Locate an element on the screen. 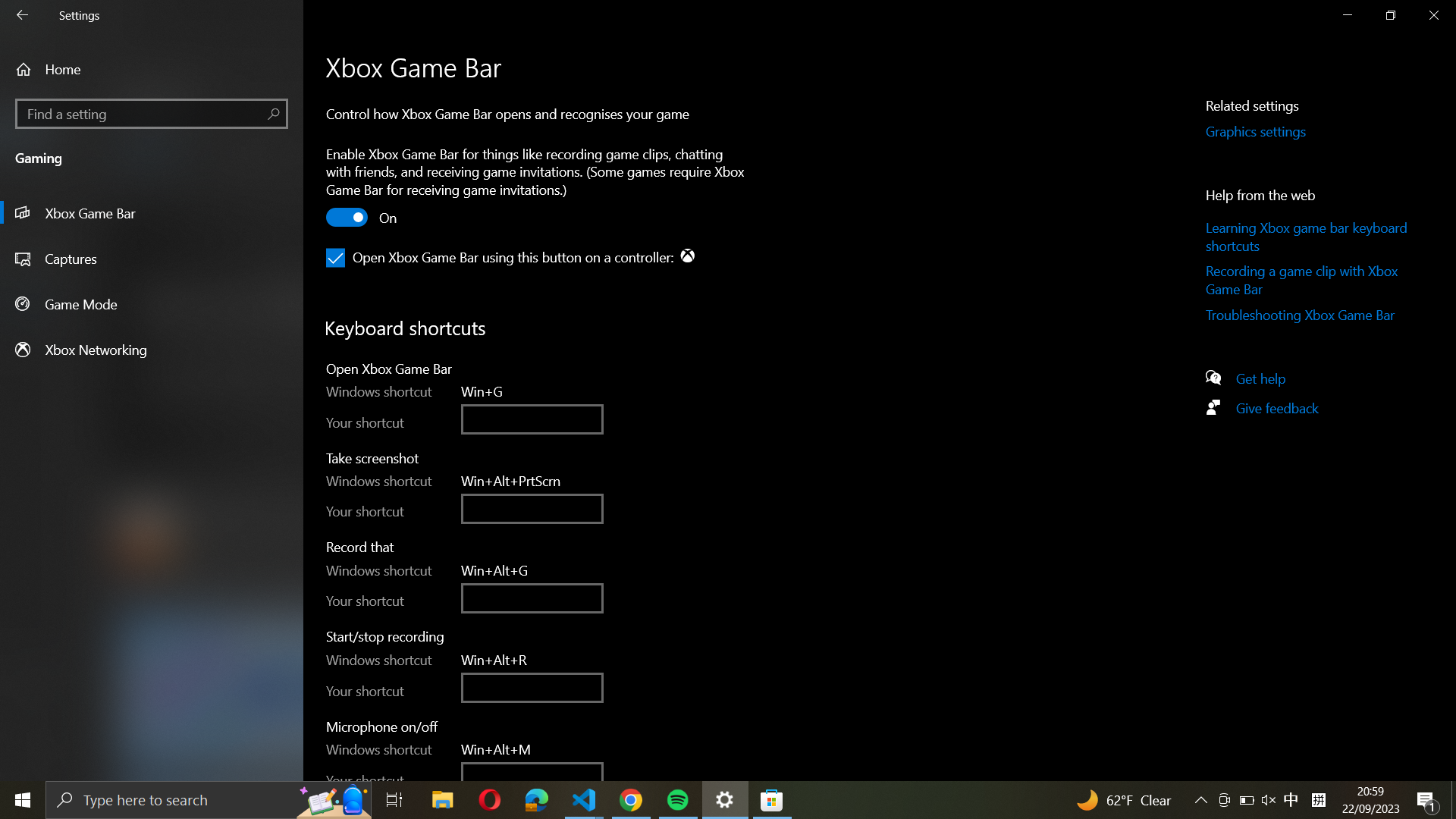  Create a "Win+M" hotkey to toggle the microphone on or off is located at coordinates (1022840, 832923).